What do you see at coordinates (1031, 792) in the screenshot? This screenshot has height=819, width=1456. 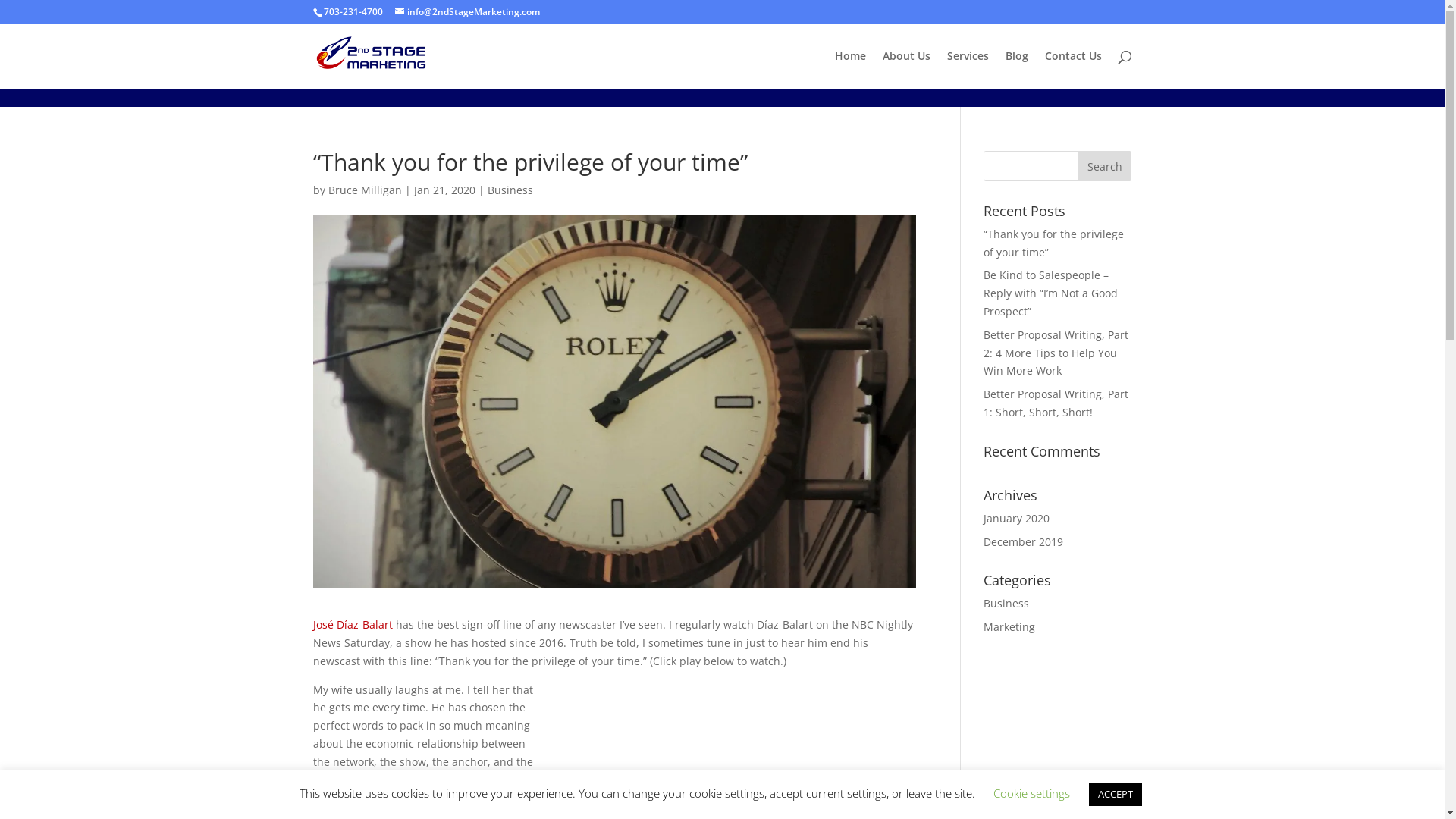 I see `'Cookie settings'` at bounding box center [1031, 792].